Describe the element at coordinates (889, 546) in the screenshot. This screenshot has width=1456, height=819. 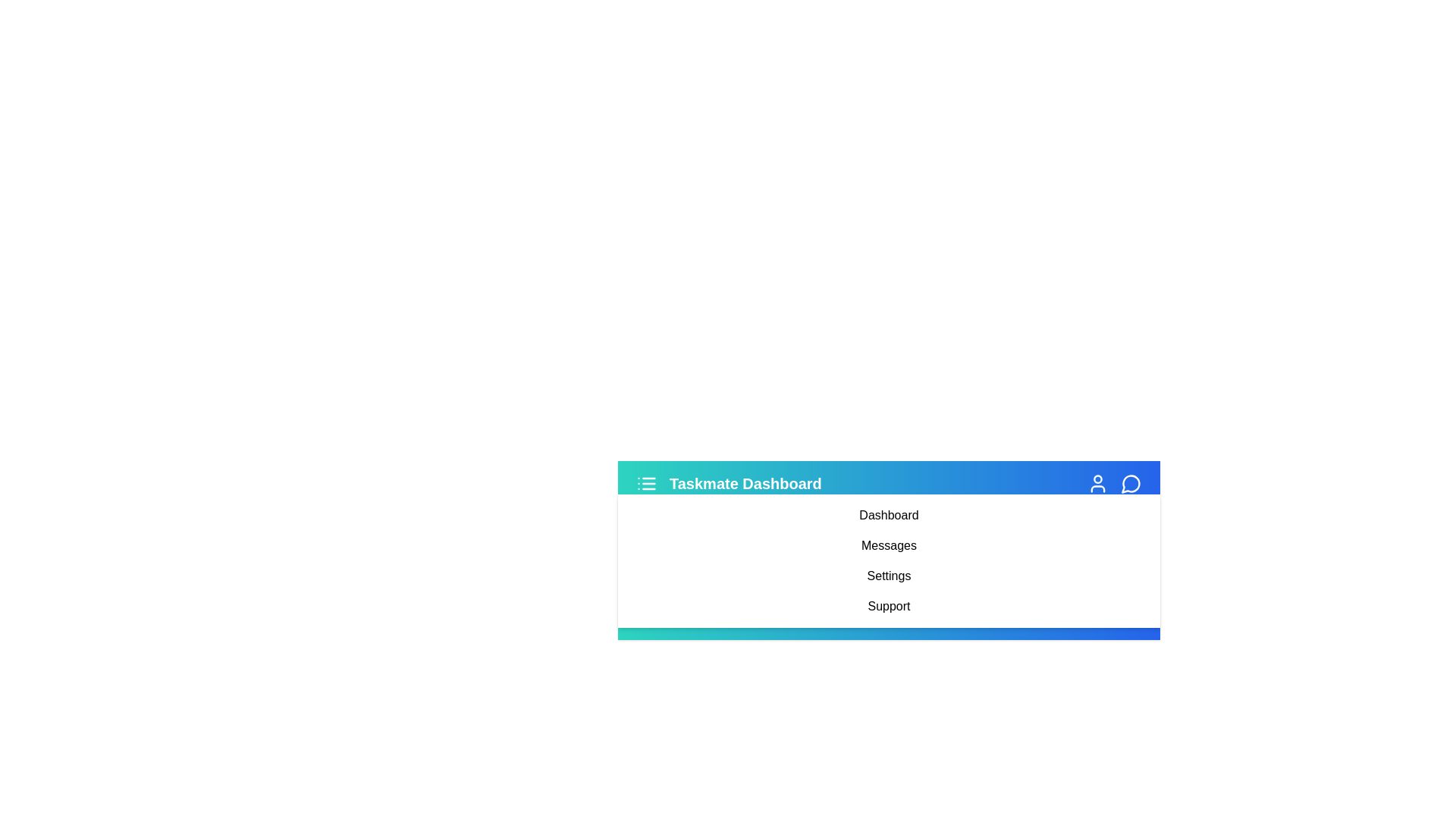
I see `the 'Messages' link in the sidebar to navigate to the 'Messages' section` at that location.